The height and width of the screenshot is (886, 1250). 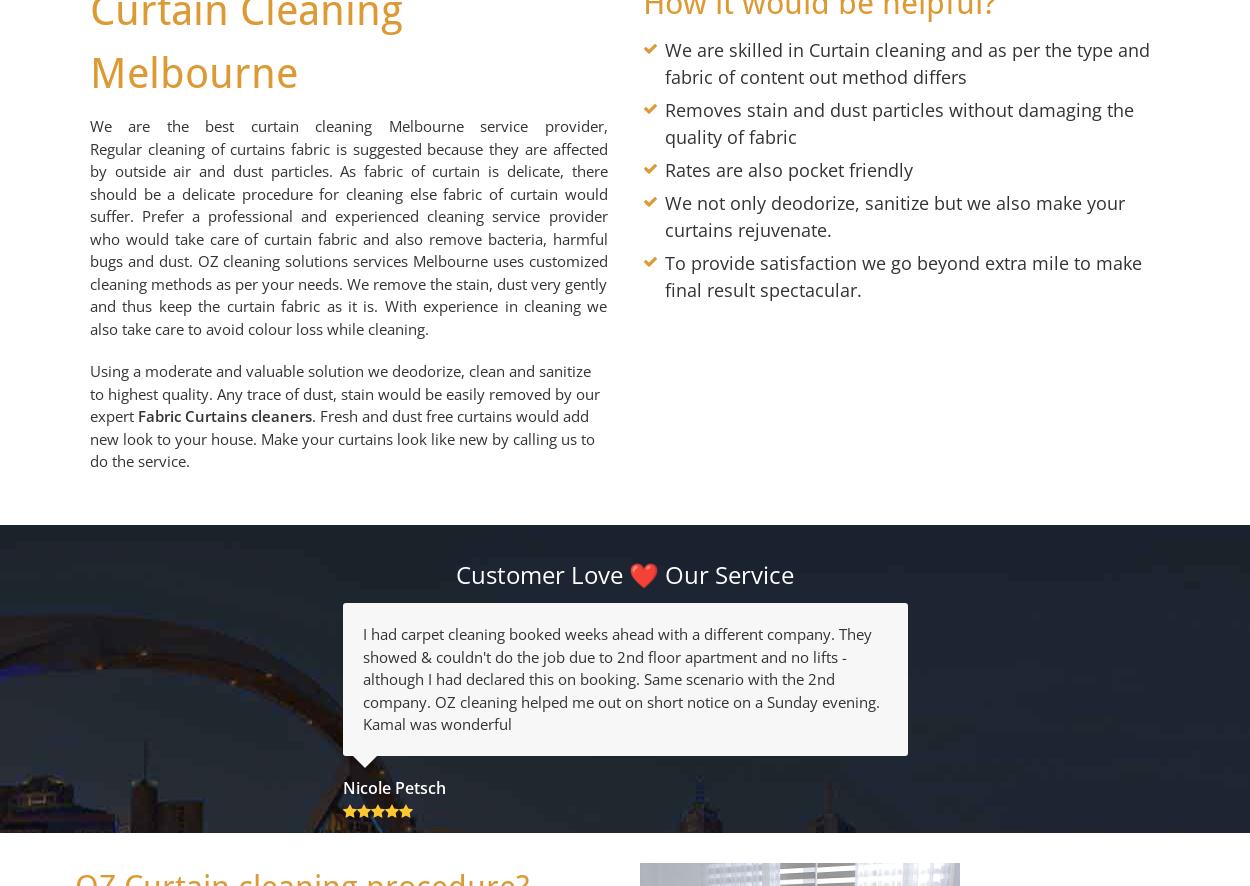 What do you see at coordinates (625, 574) in the screenshot?
I see `'Customer Love ❤️ Our Service'` at bounding box center [625, 574].